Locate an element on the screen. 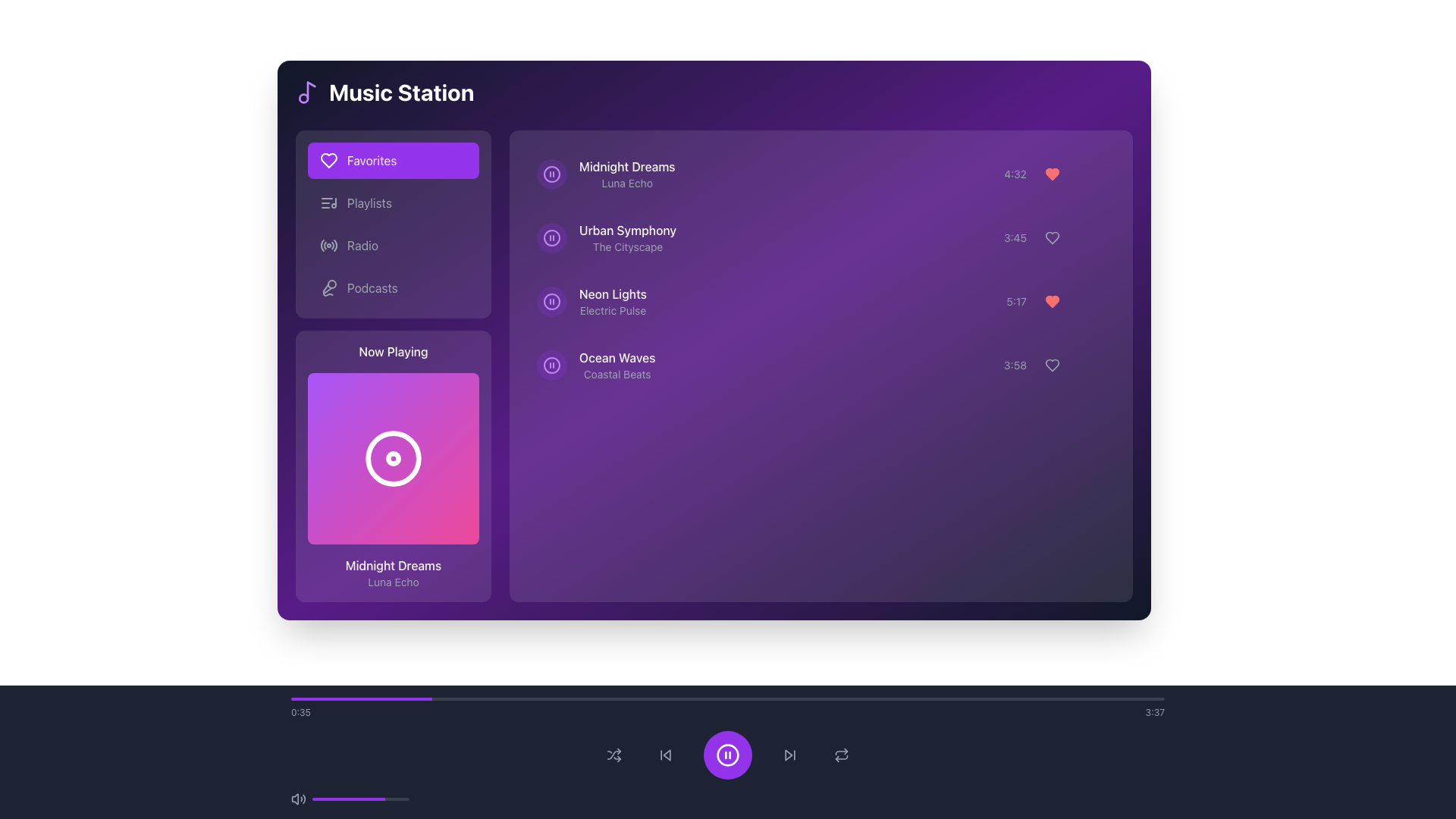  the circular pause button located beside the song title 'Neon Lights' and artist name 'Electric Pulse' is located at coordinates (551, 301).